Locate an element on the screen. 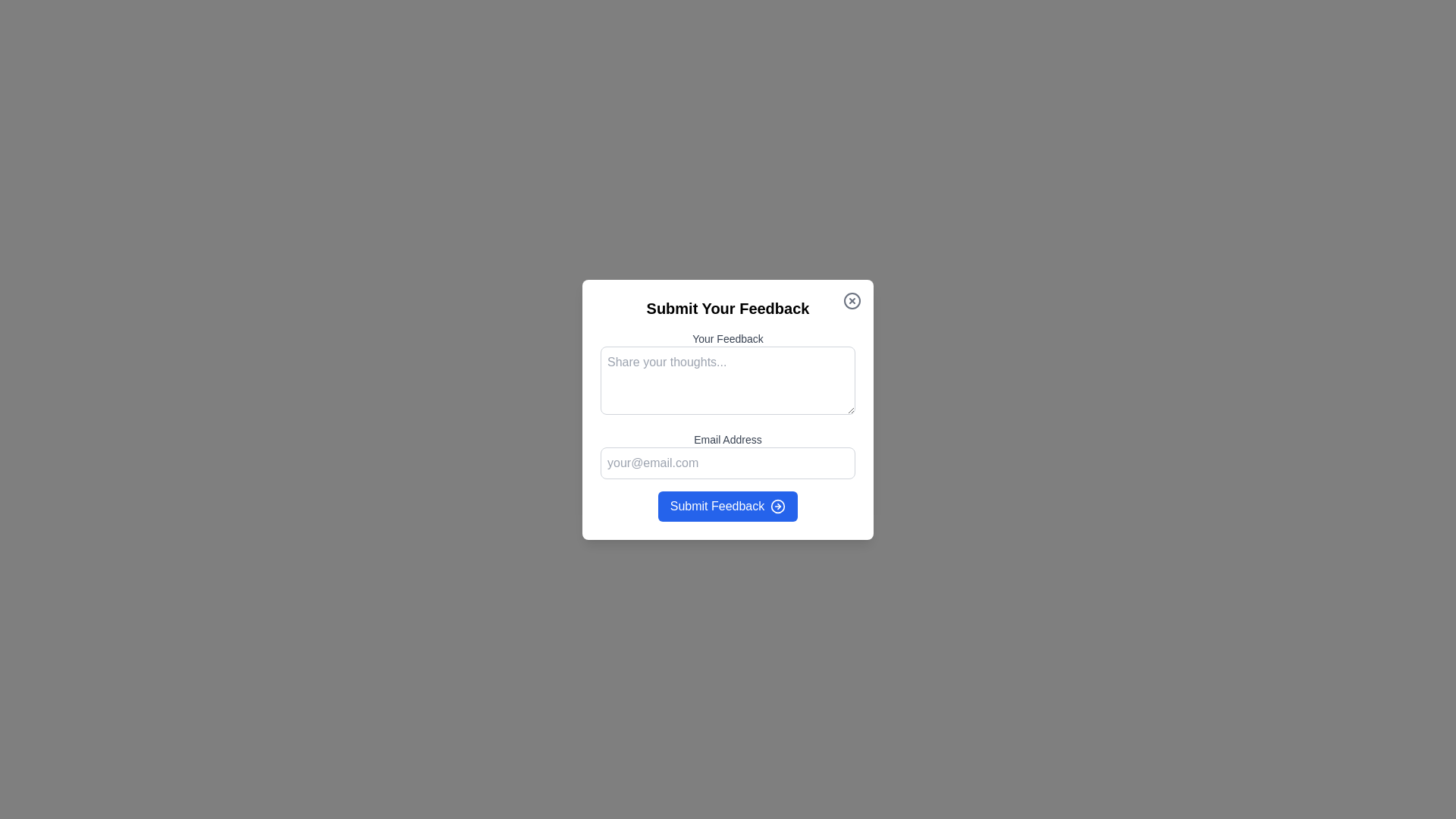  the textarea under 'Your Feedback' and type the feedback text is located at coordinates (728, 379).